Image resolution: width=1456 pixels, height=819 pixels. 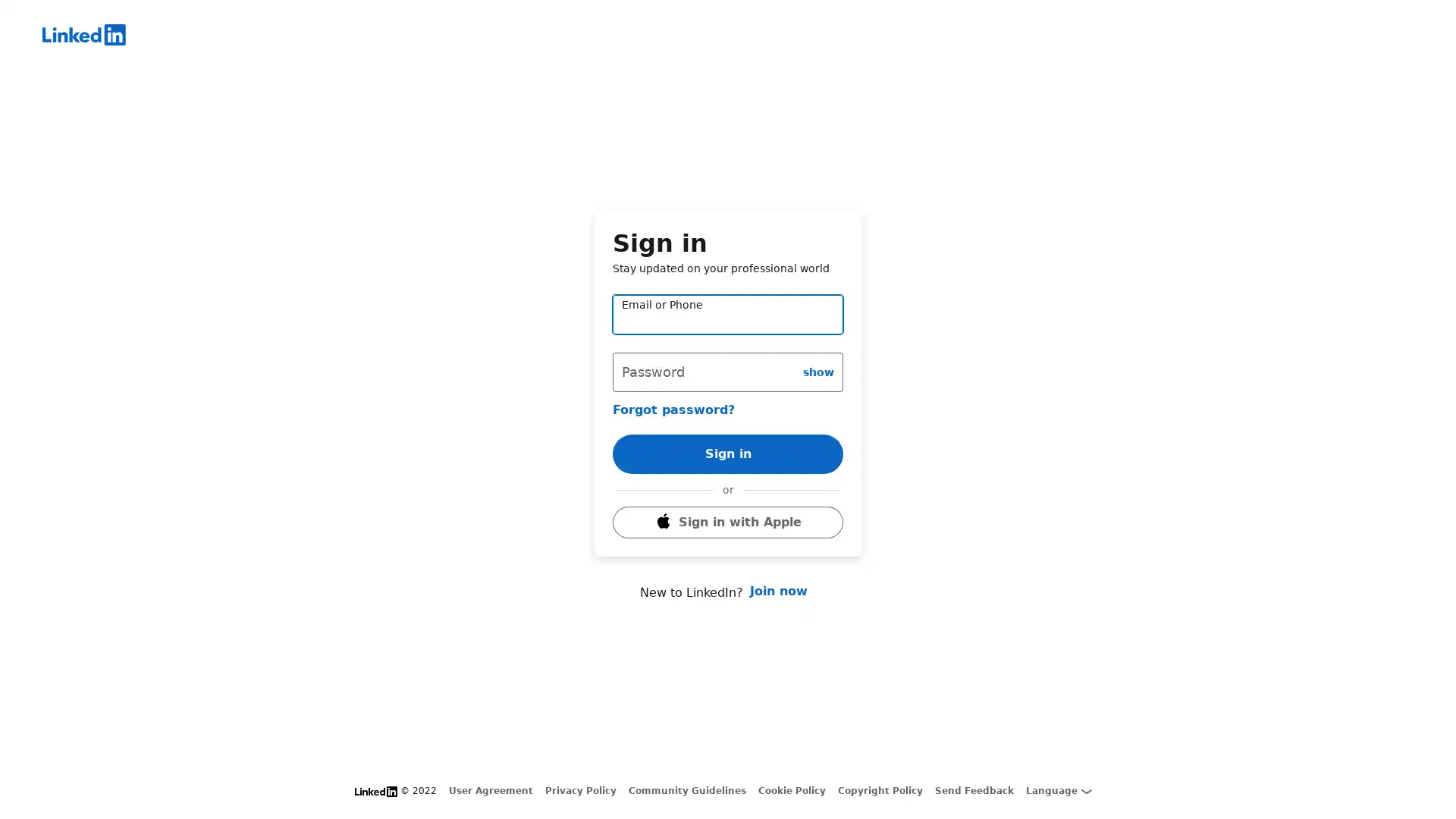 What do you see at coordinates (728, 542) in the screenshot?
I see `Sign in with Apple` at bounding box center [728, 542].